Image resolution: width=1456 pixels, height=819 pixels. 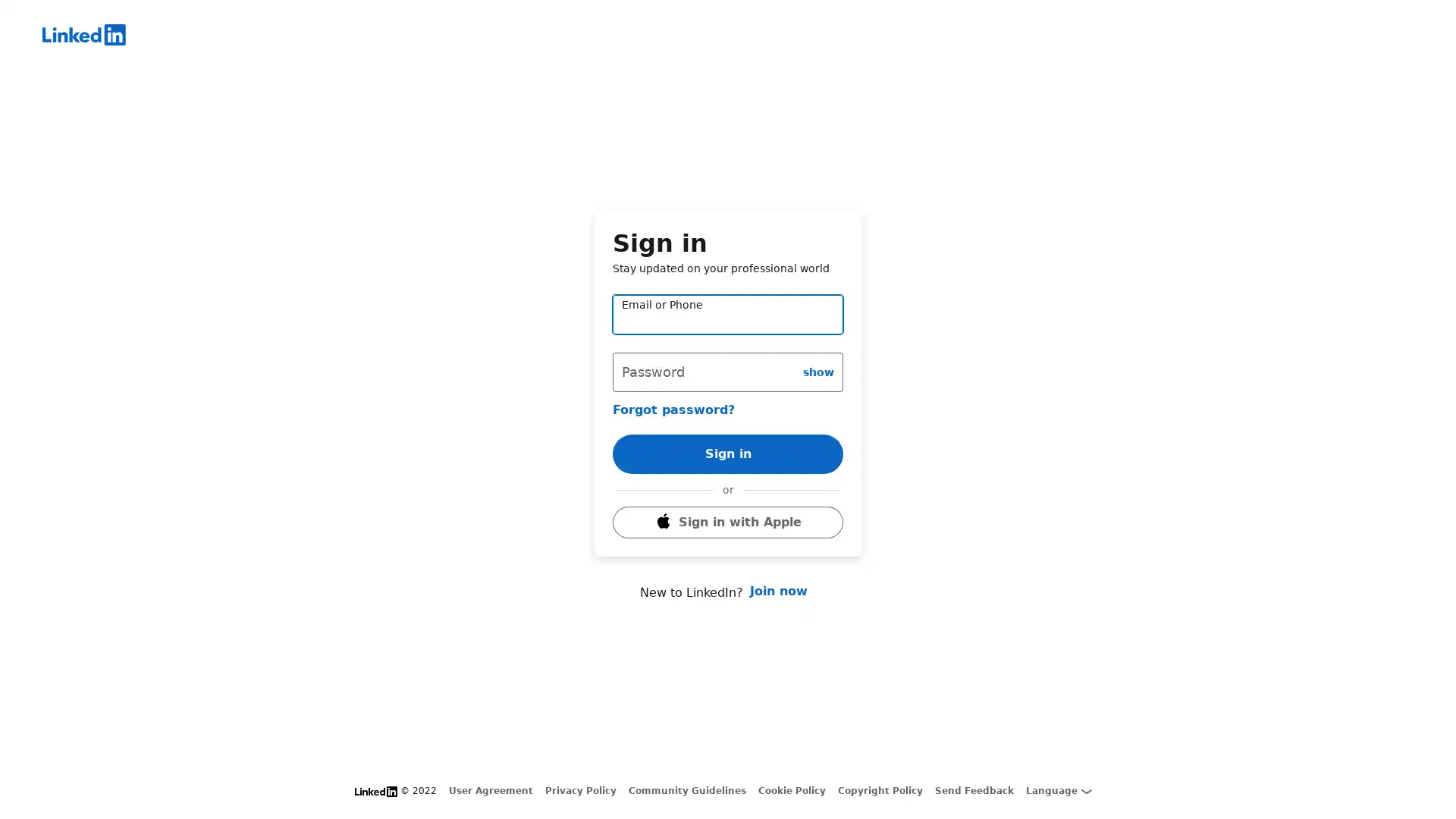 What do you see at coordinates (728, 542) in the screenshot?
I see `Sign in with Apple` at bounding box center [728, 542].